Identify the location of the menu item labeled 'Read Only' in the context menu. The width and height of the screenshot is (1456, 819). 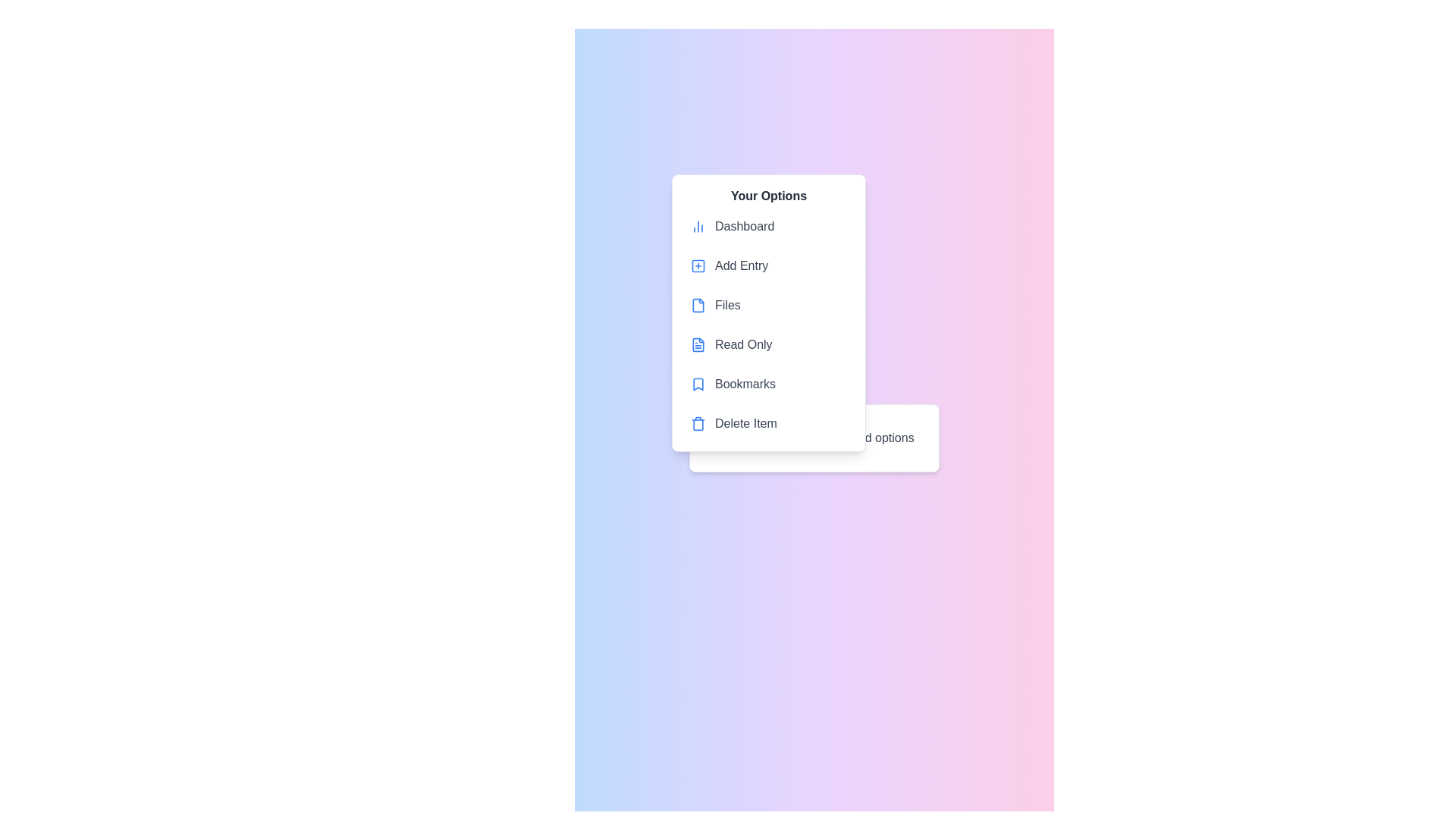
(768, 345).